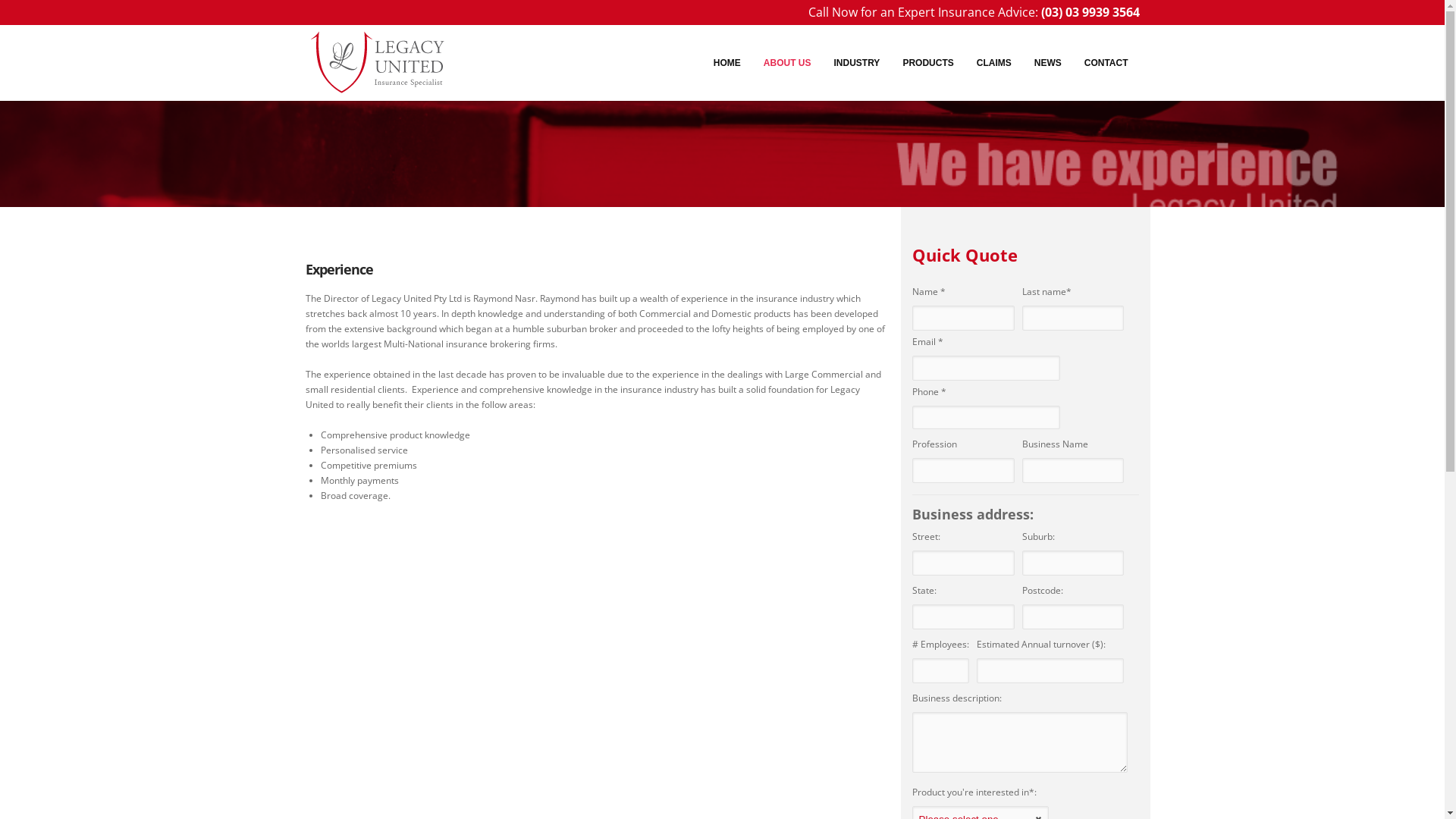 The image size is (1456, 819). Describe the element at coordinates (856, 62) in the screenshot. I see `'INDUSTRY'` at that location.